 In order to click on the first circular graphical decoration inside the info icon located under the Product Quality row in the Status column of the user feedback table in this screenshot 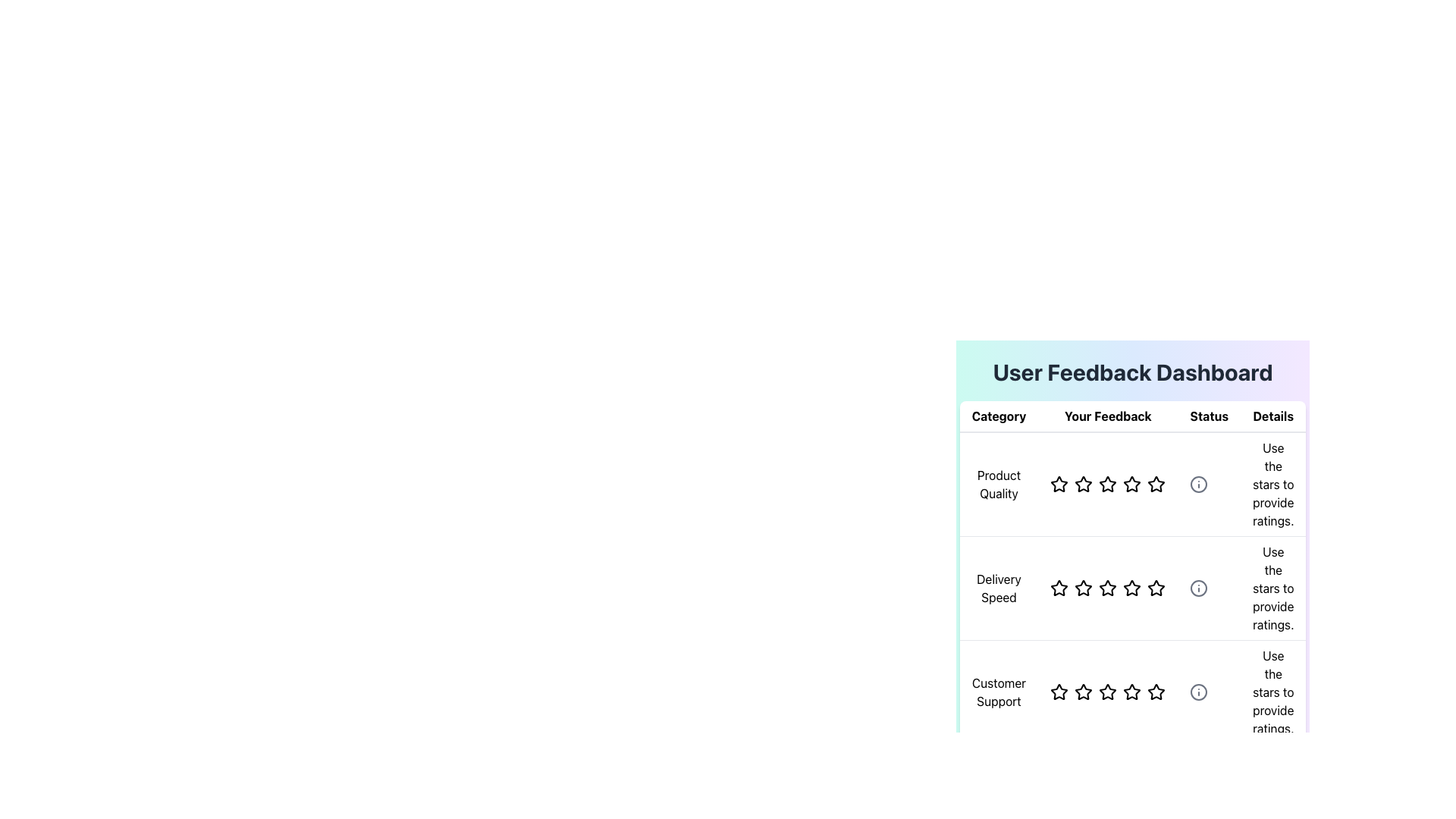, I will do `click(1197, 485)`.